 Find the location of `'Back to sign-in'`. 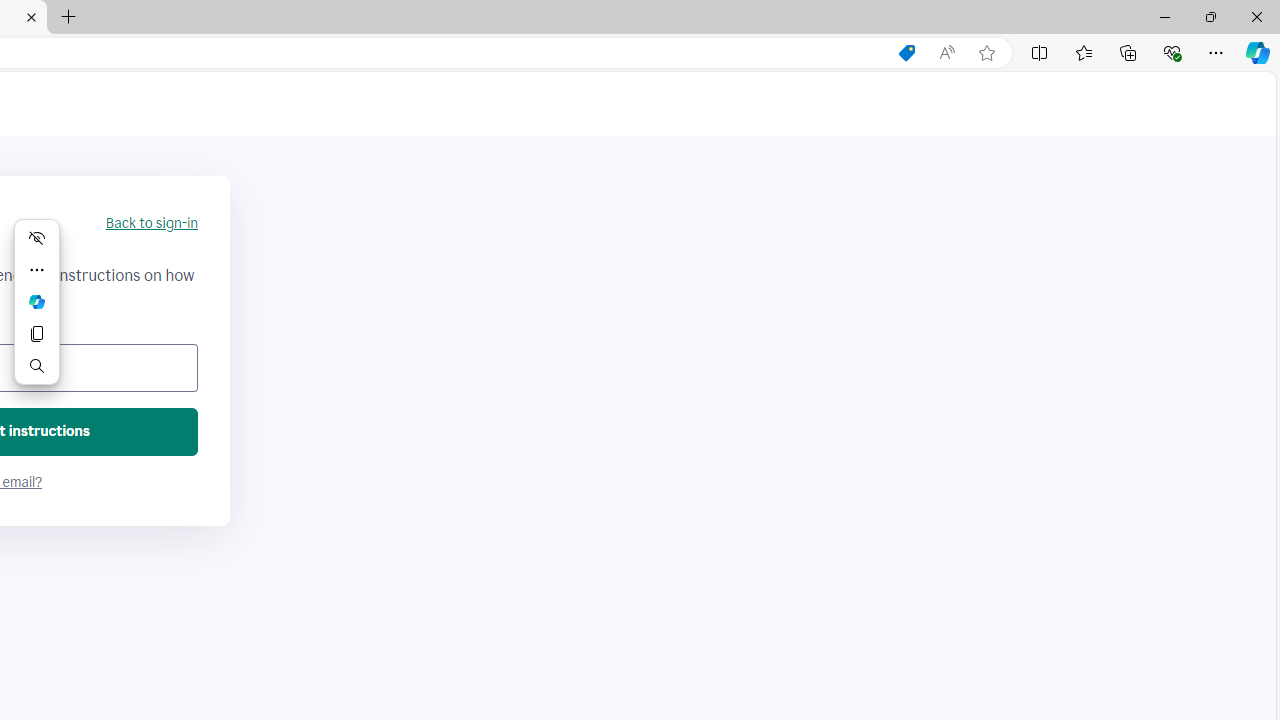

'Back to sign-in' is located at coordinates (150, 223).